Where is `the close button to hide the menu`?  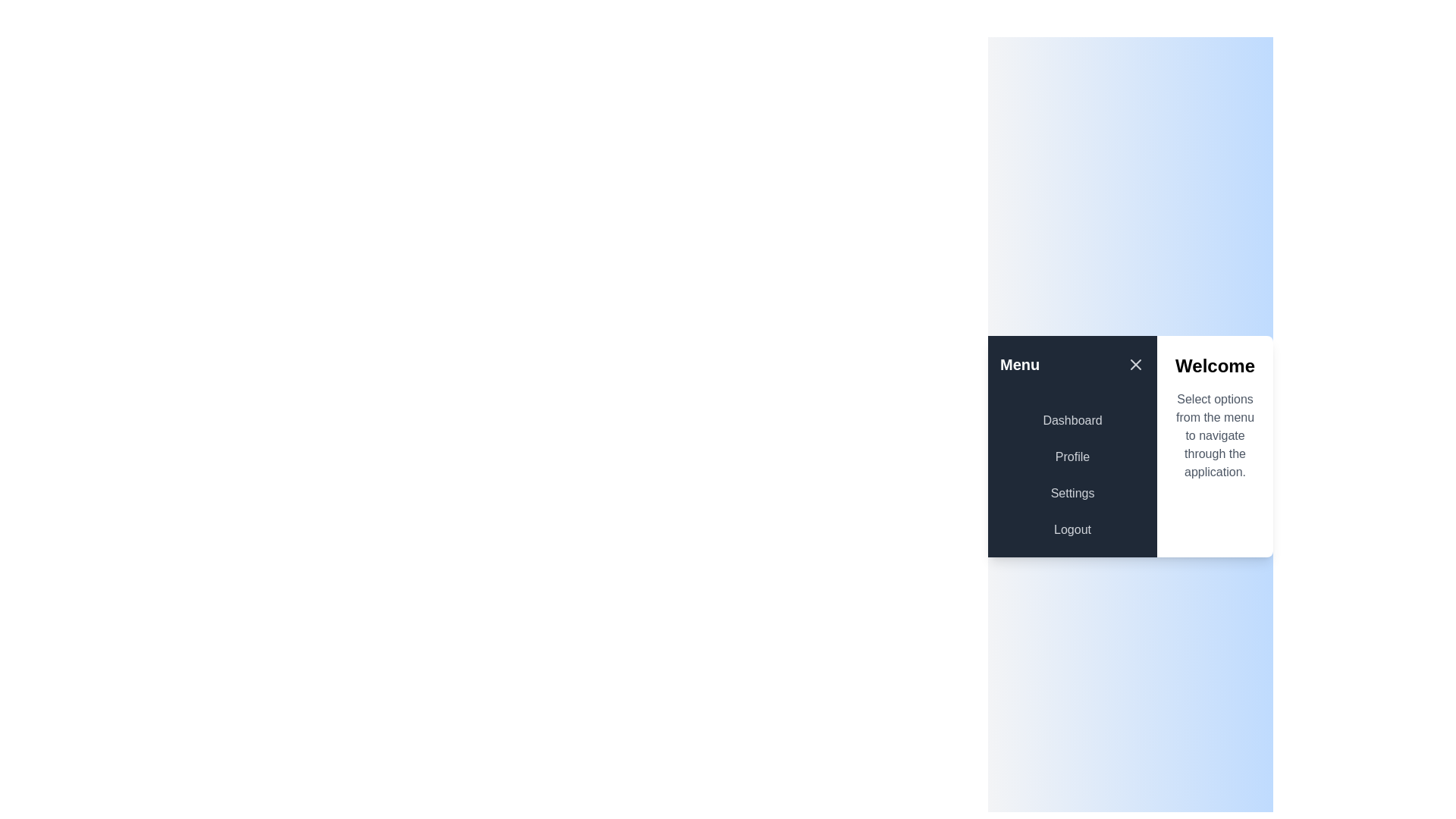
the close button to hide the menu is located at coordinates (1135, 365).